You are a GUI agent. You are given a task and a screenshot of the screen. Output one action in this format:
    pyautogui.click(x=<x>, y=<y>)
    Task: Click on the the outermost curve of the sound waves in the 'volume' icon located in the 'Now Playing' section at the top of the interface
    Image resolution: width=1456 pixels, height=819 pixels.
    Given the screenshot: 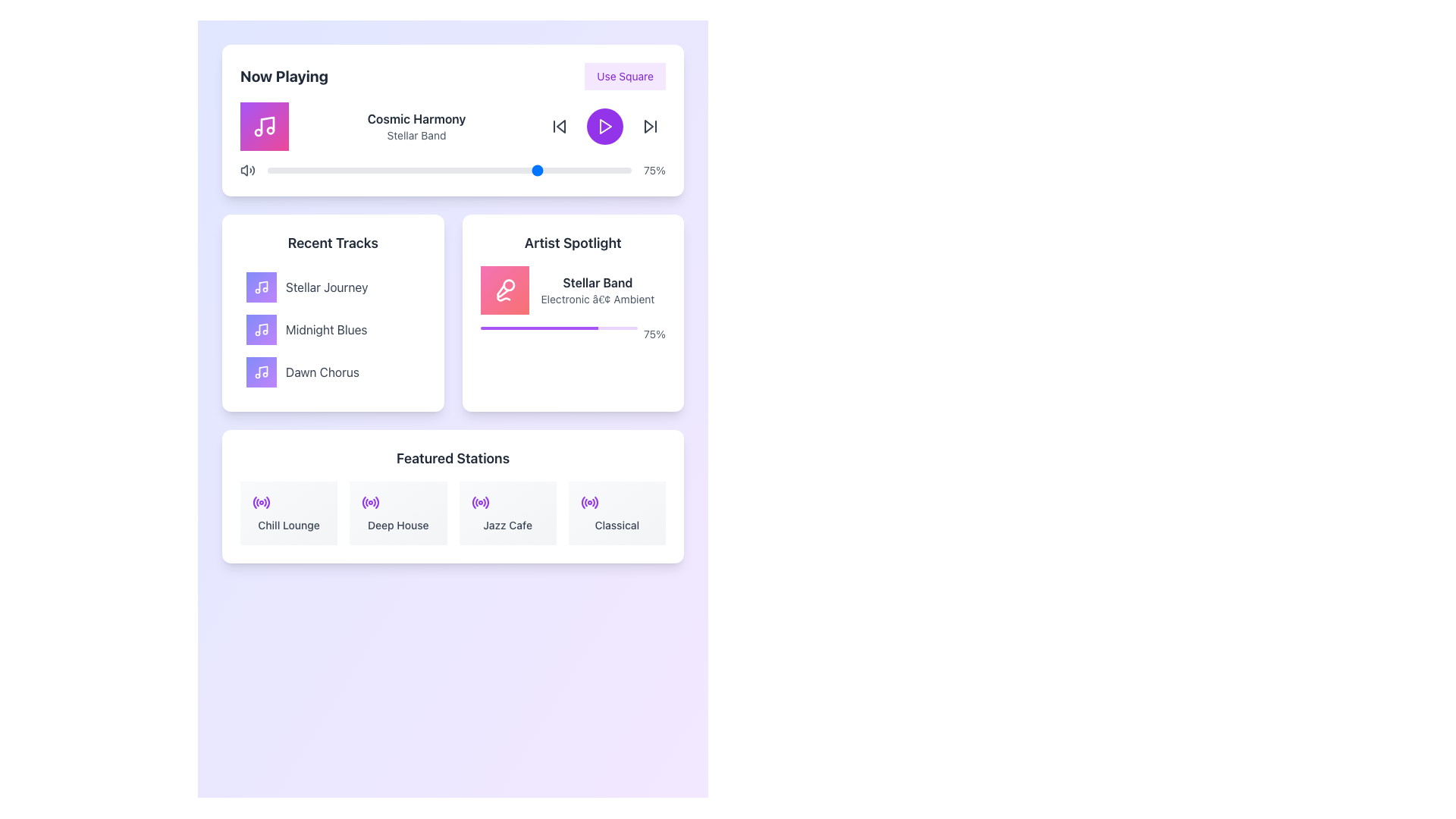 What is the action you would take?
    pyautogui.click(x=253, y=170)
    